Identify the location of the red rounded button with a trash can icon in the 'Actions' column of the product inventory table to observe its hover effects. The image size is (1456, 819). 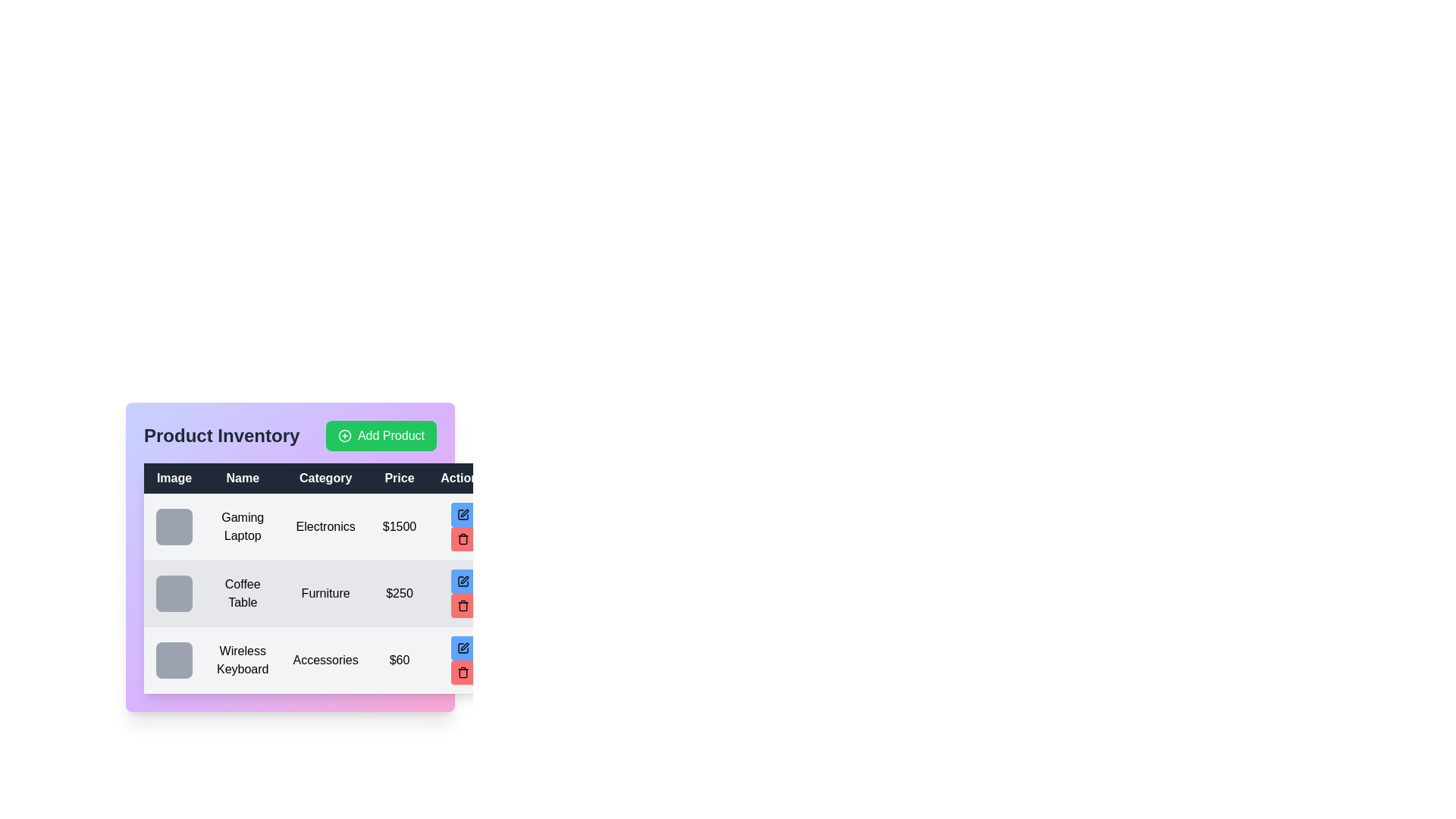
(462, 604).